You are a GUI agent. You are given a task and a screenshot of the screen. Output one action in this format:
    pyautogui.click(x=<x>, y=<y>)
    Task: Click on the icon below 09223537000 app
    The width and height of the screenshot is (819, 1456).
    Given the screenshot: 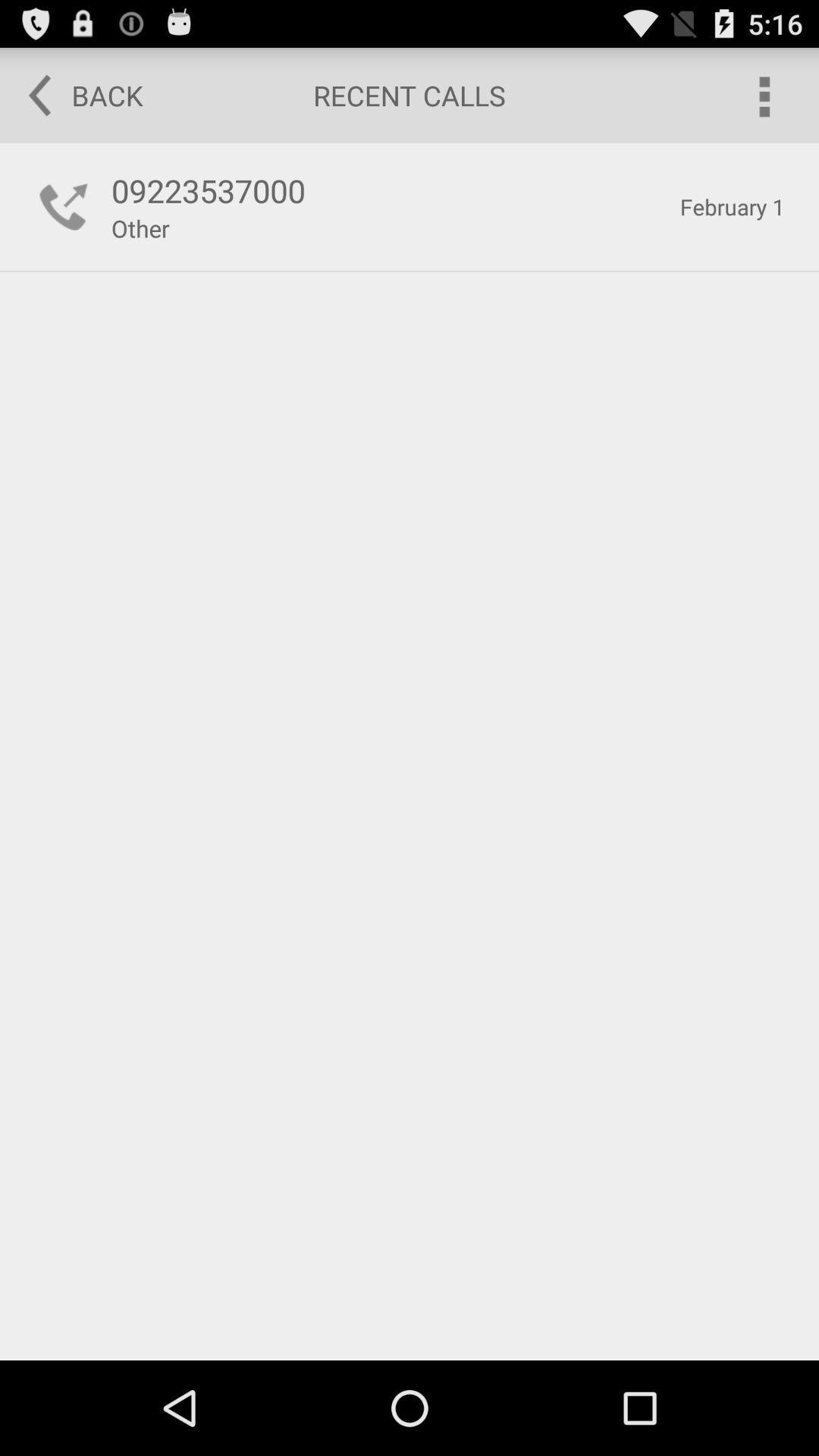 What is the action you would take?
    pyautogui.click(x=140, y=227)
    